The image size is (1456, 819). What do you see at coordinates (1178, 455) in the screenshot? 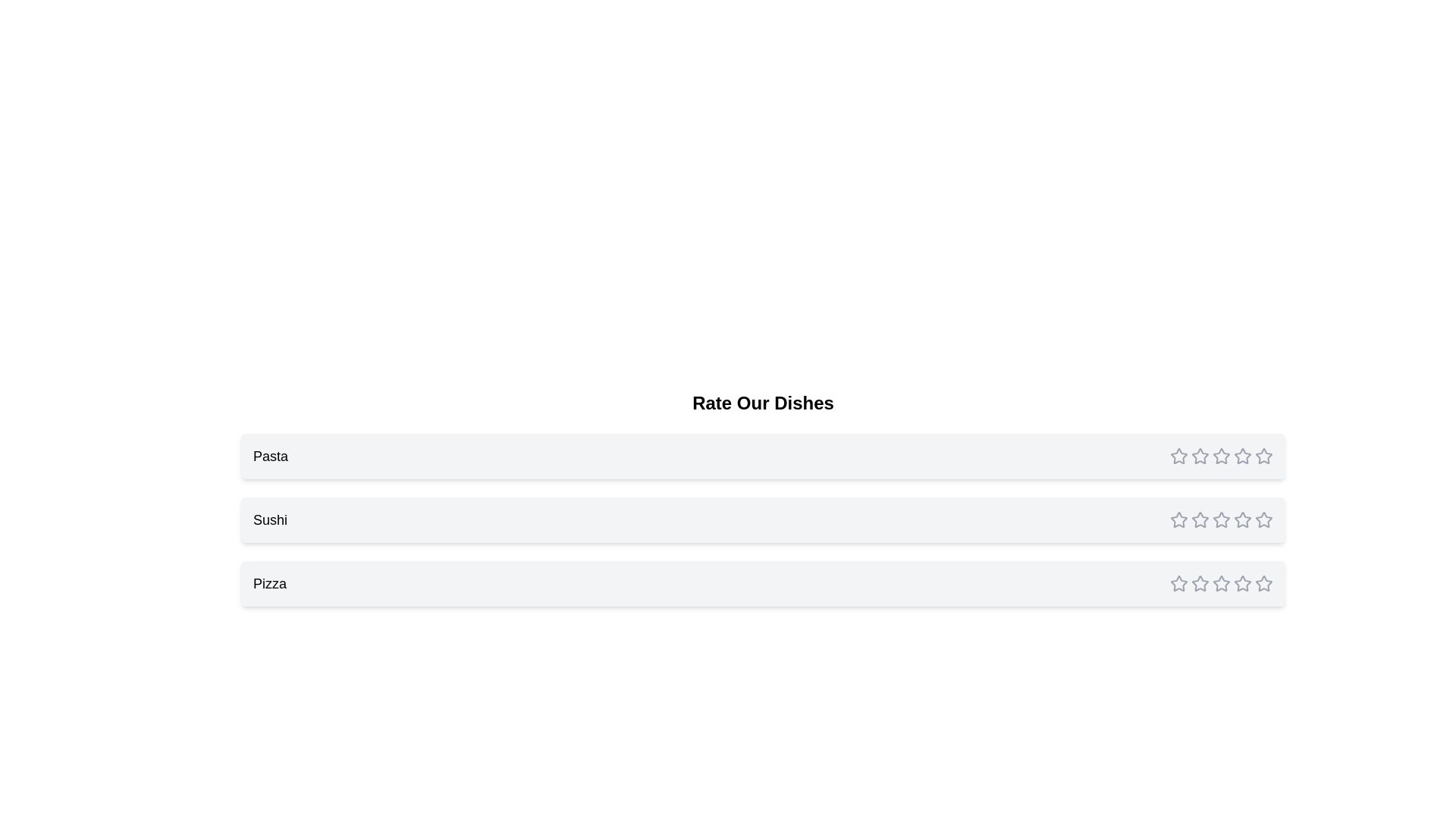
I see `the first rating star icon` at bounding box center [1178, 455].